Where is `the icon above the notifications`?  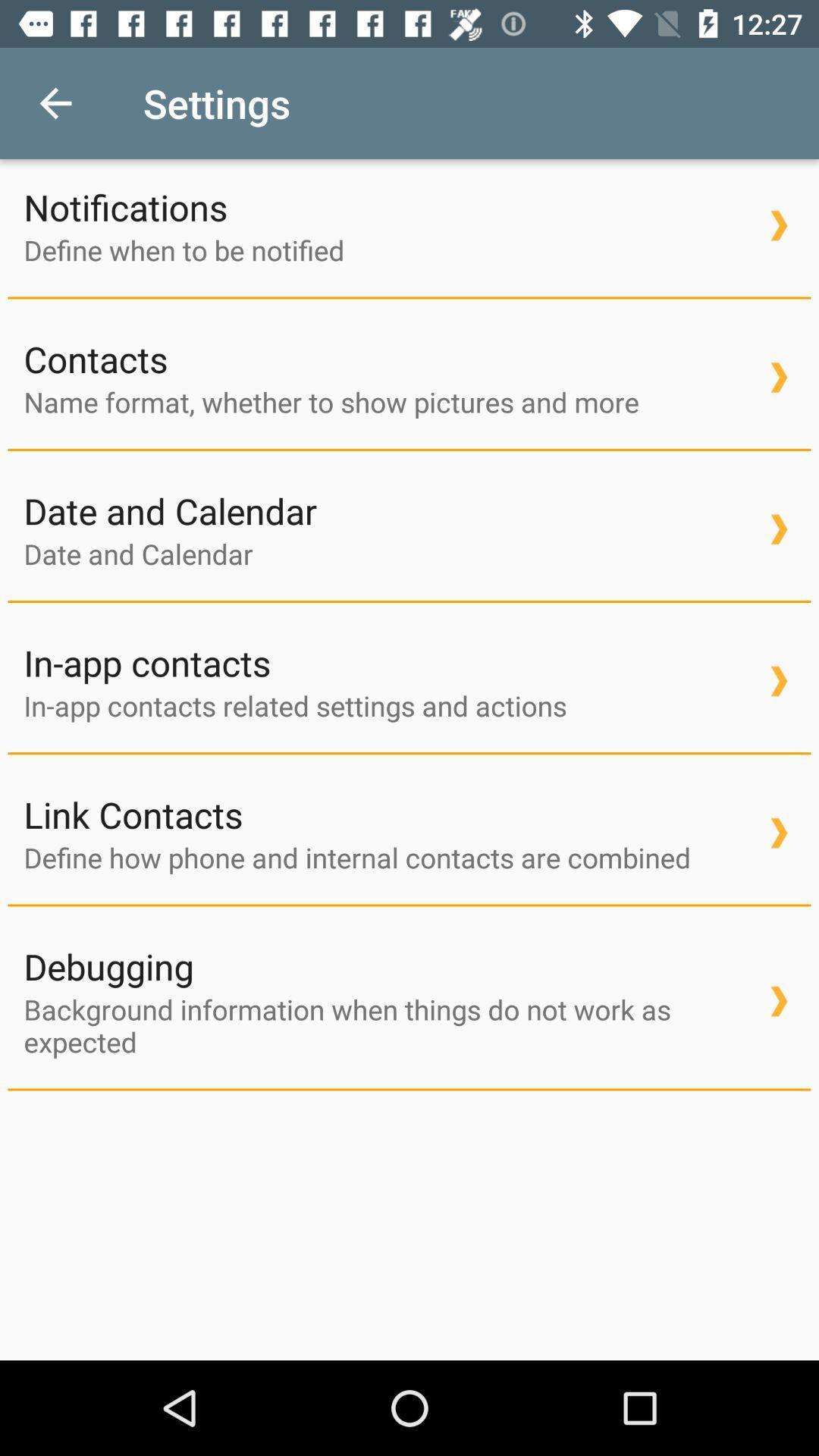
the icon above the notifications is located at coordinates (55, 102).